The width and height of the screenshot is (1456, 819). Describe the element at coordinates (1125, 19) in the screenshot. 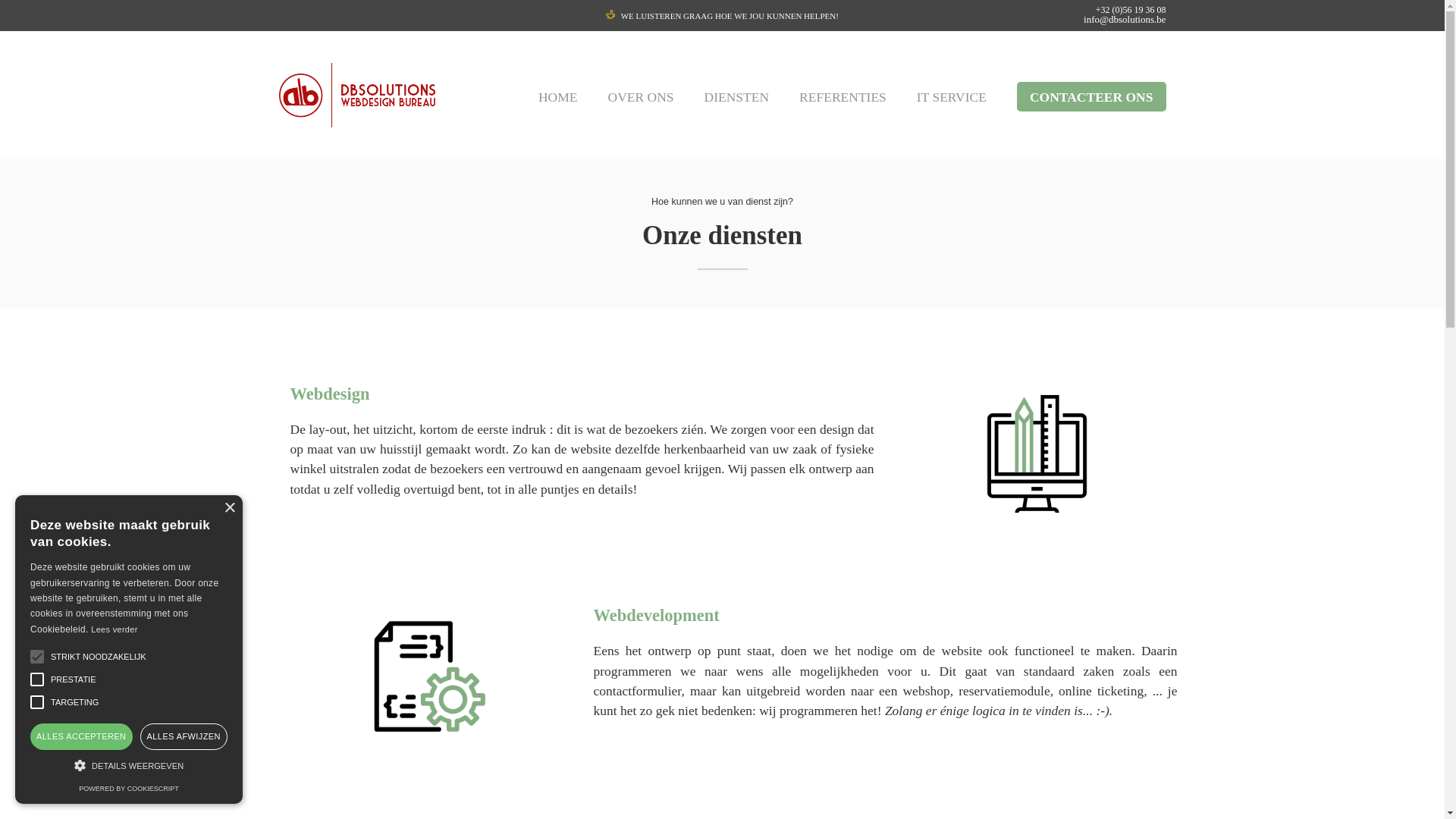

I see `'info@dbsolutions.be'` at that location.